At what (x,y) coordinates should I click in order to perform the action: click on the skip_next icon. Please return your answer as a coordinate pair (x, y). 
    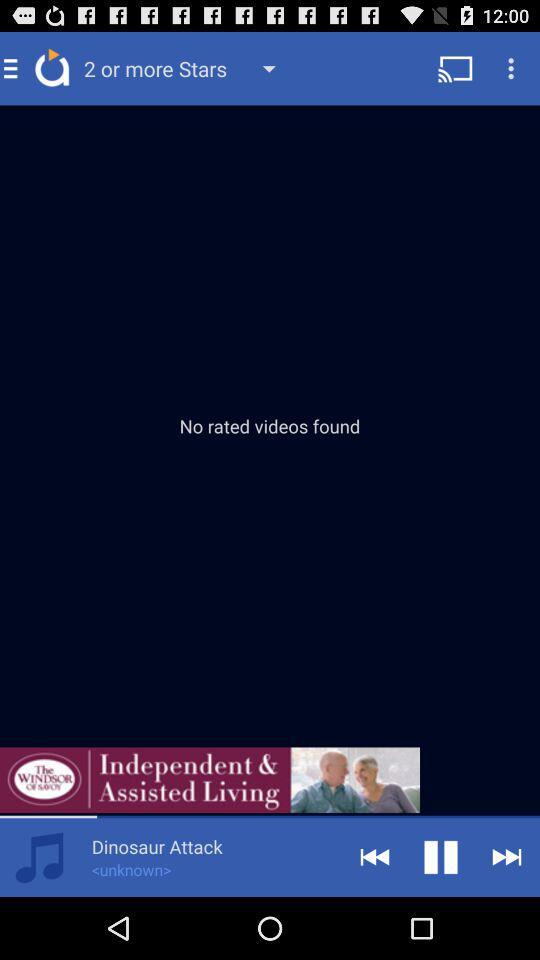
    Looking at the image, I should click on (507, 917).